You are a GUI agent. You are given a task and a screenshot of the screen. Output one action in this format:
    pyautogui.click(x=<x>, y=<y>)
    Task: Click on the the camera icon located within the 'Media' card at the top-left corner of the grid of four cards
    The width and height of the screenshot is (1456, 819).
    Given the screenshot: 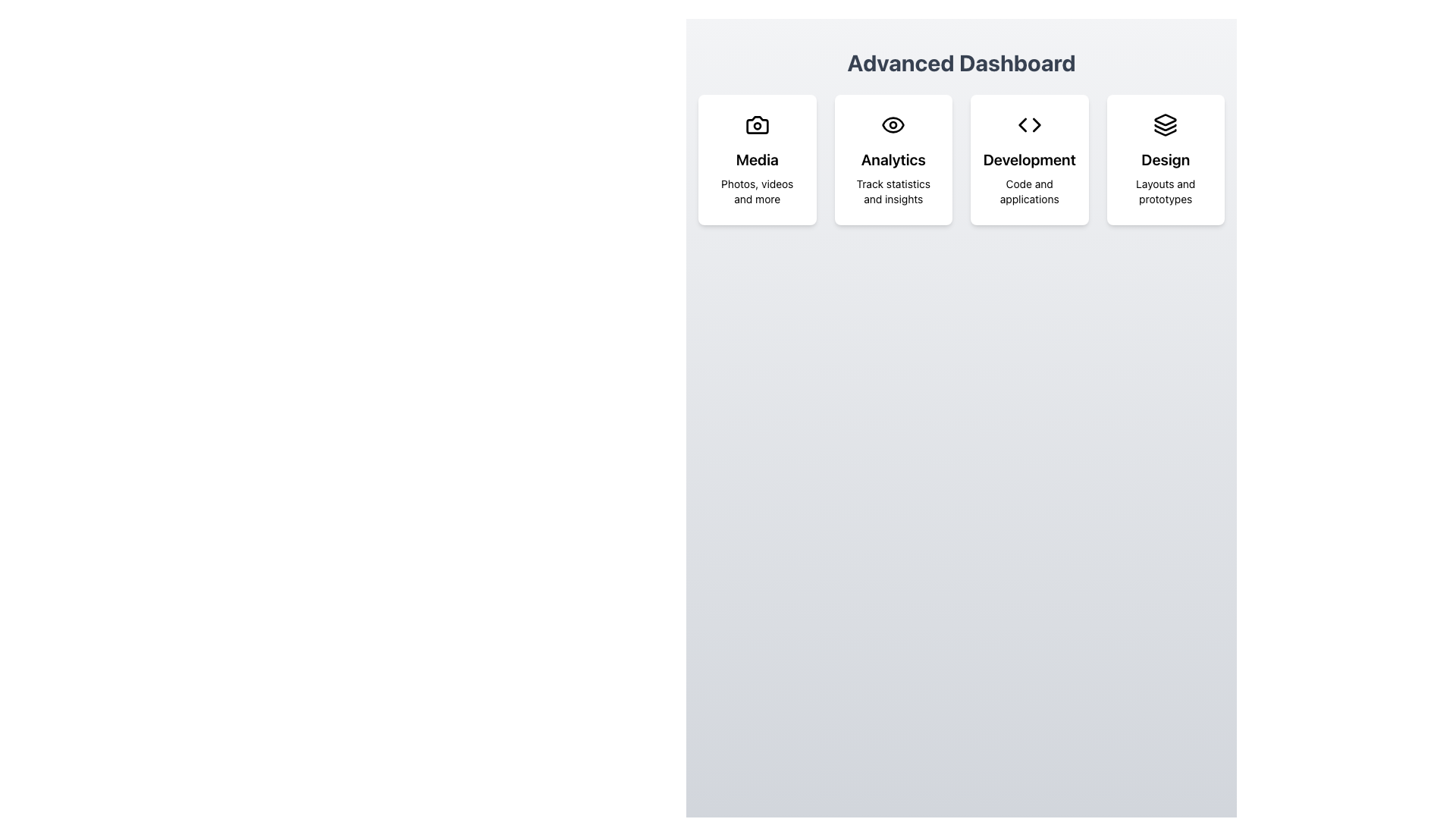 What is the action you would take?
    pyautogui.click(x=757, y=124)
    